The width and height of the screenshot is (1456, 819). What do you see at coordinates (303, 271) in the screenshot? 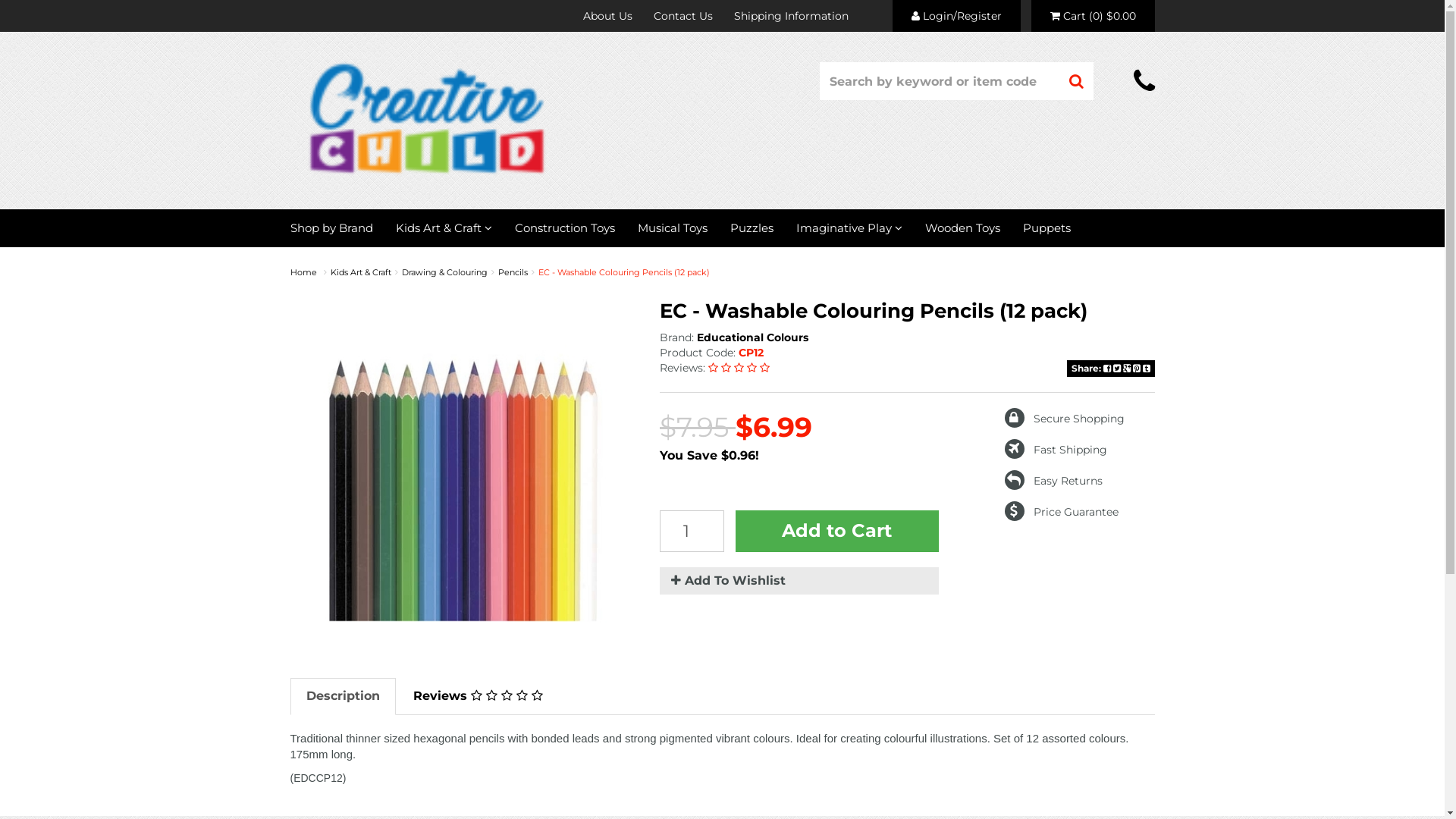
I see `'Home'` at bounding box center [303, 271].